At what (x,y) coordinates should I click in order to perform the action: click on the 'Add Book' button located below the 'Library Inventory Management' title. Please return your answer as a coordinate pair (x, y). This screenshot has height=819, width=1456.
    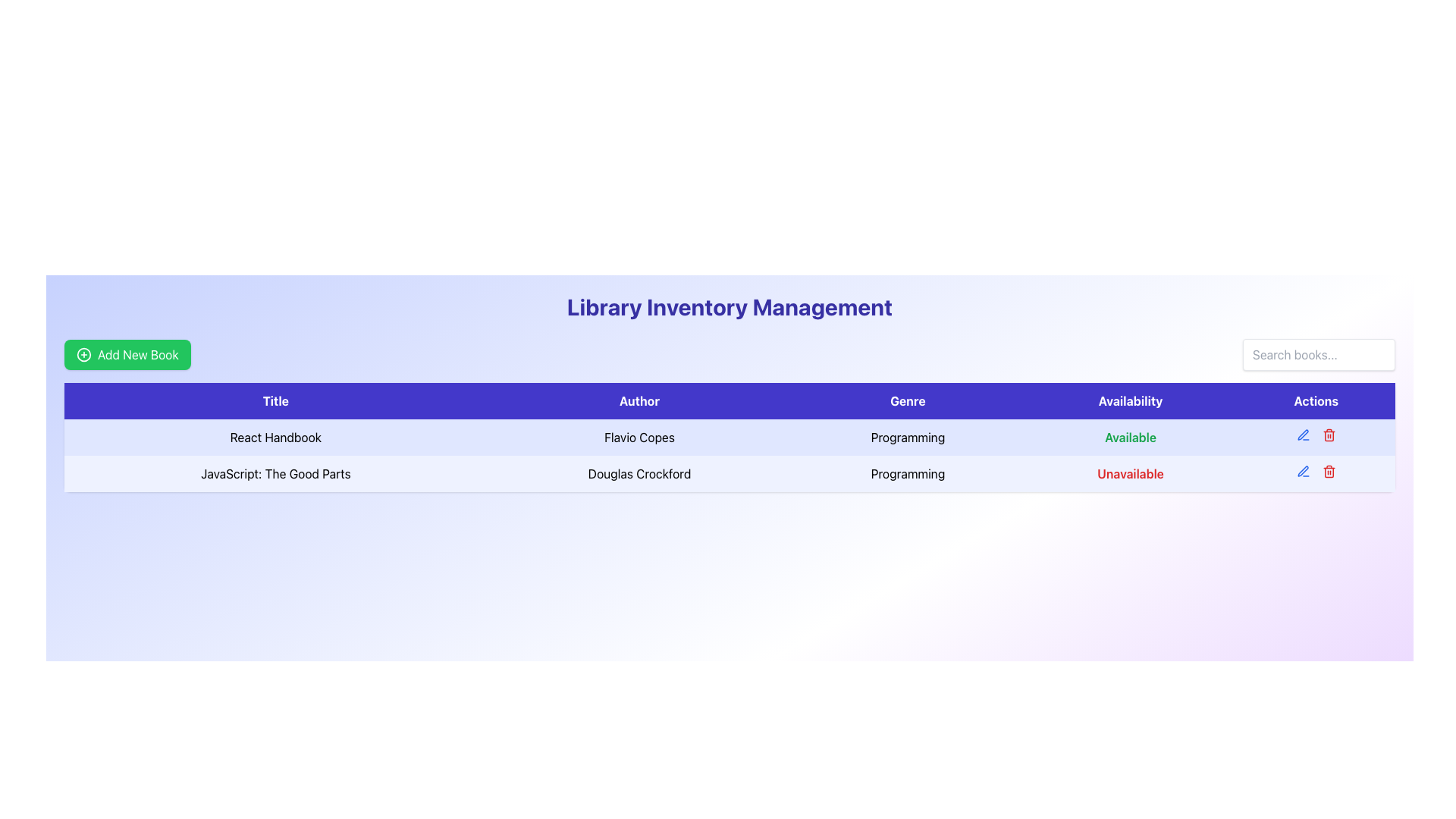
    Looking at the image, I should click on (127, 354).